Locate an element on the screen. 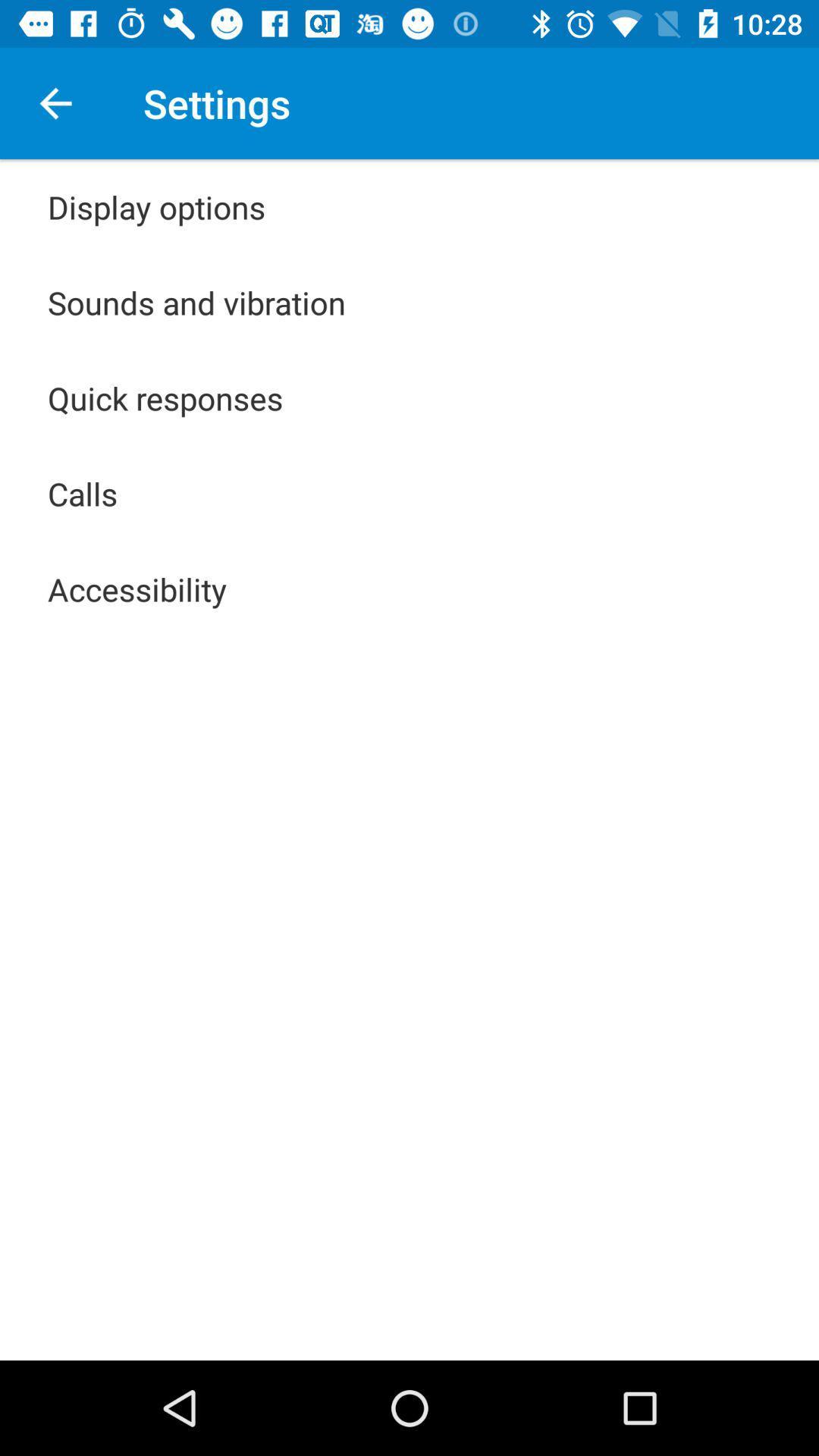  the accessibility is located at coordinates (137, 588).